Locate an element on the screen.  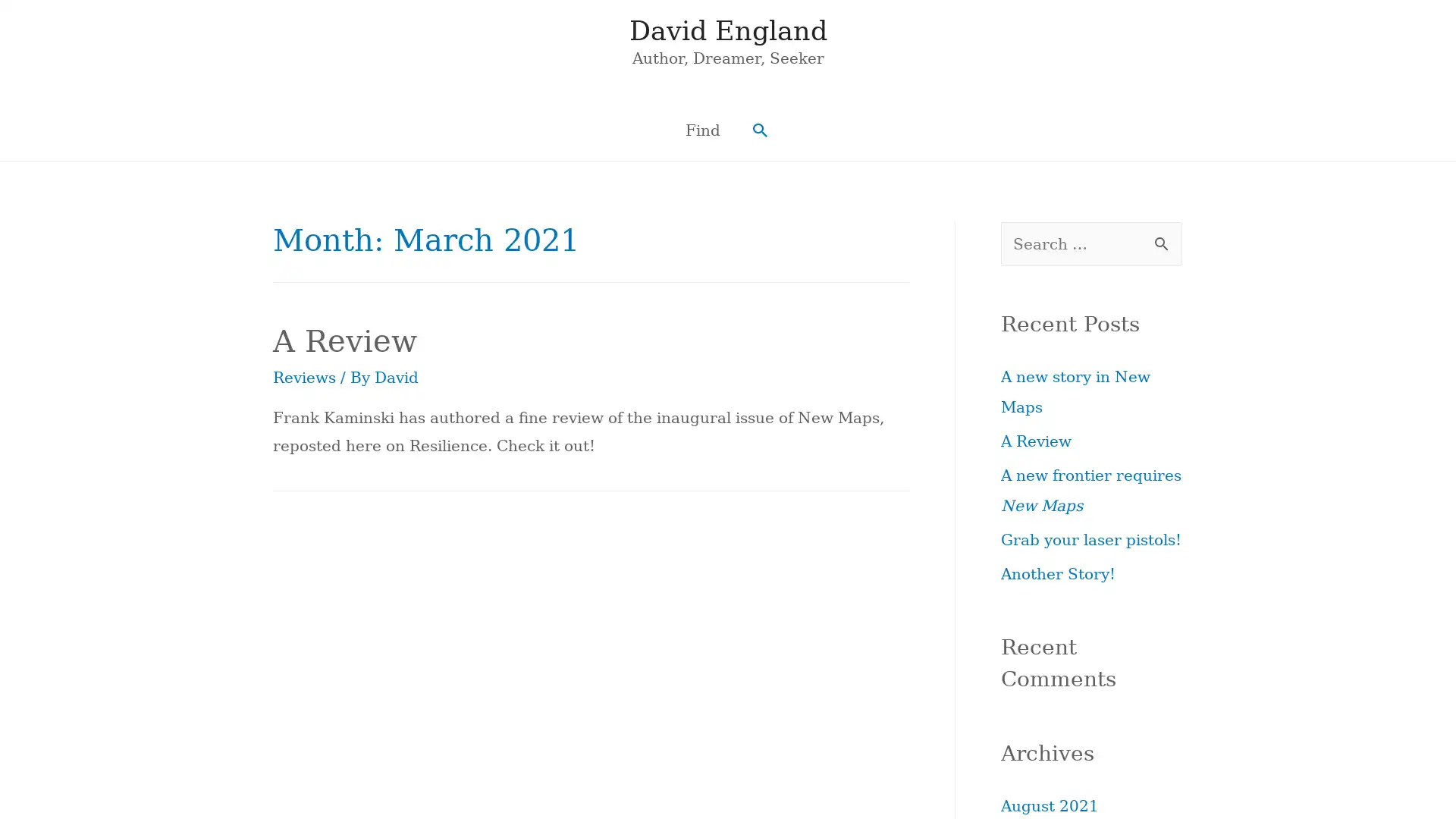
Search is located at coordinates (1164, 245).